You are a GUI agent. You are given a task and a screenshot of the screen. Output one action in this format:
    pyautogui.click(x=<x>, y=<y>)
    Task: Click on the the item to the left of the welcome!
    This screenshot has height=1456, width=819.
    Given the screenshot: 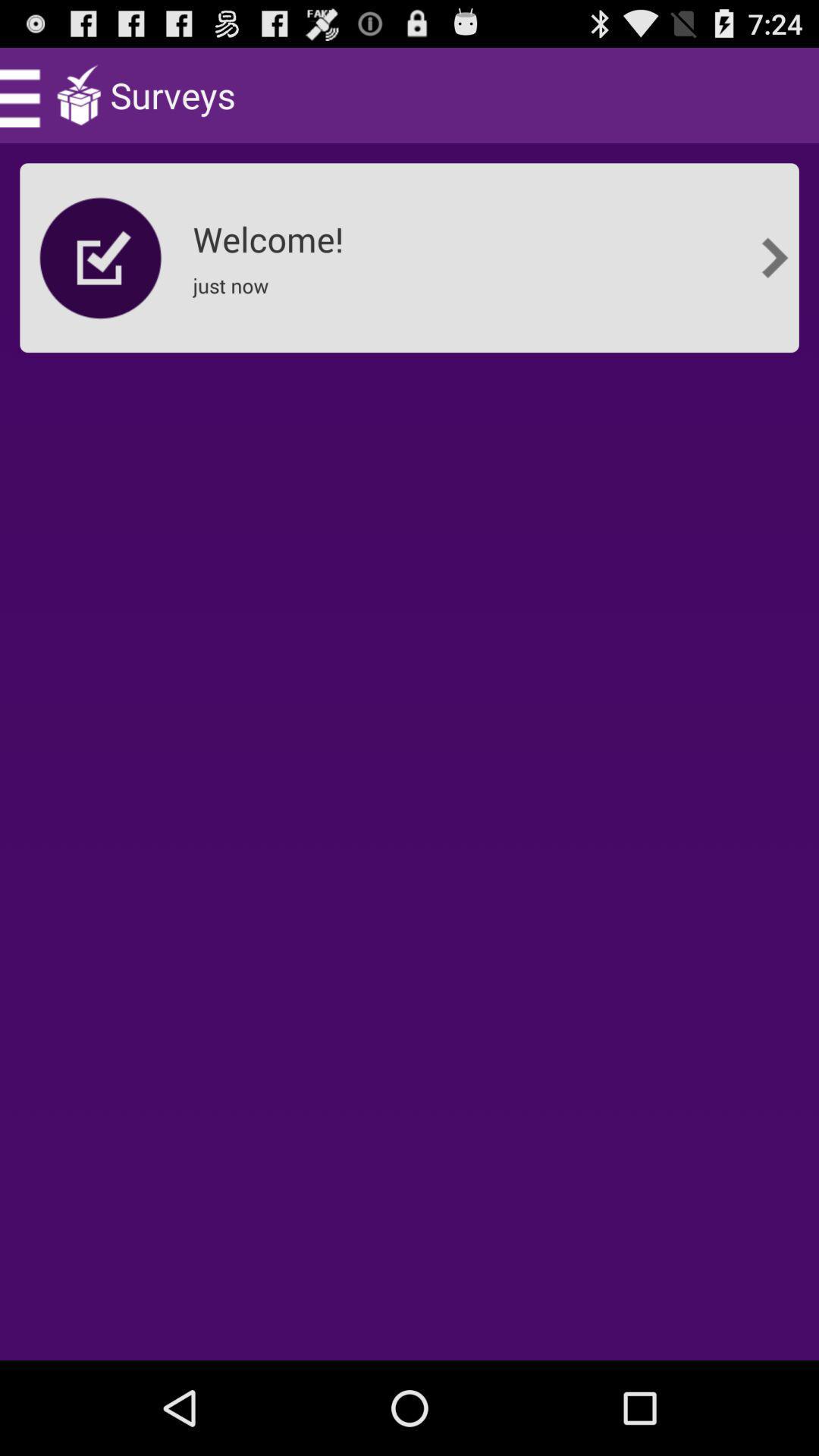 What is the action you would take?
    pyautogui.click(x=101, y=258)
    